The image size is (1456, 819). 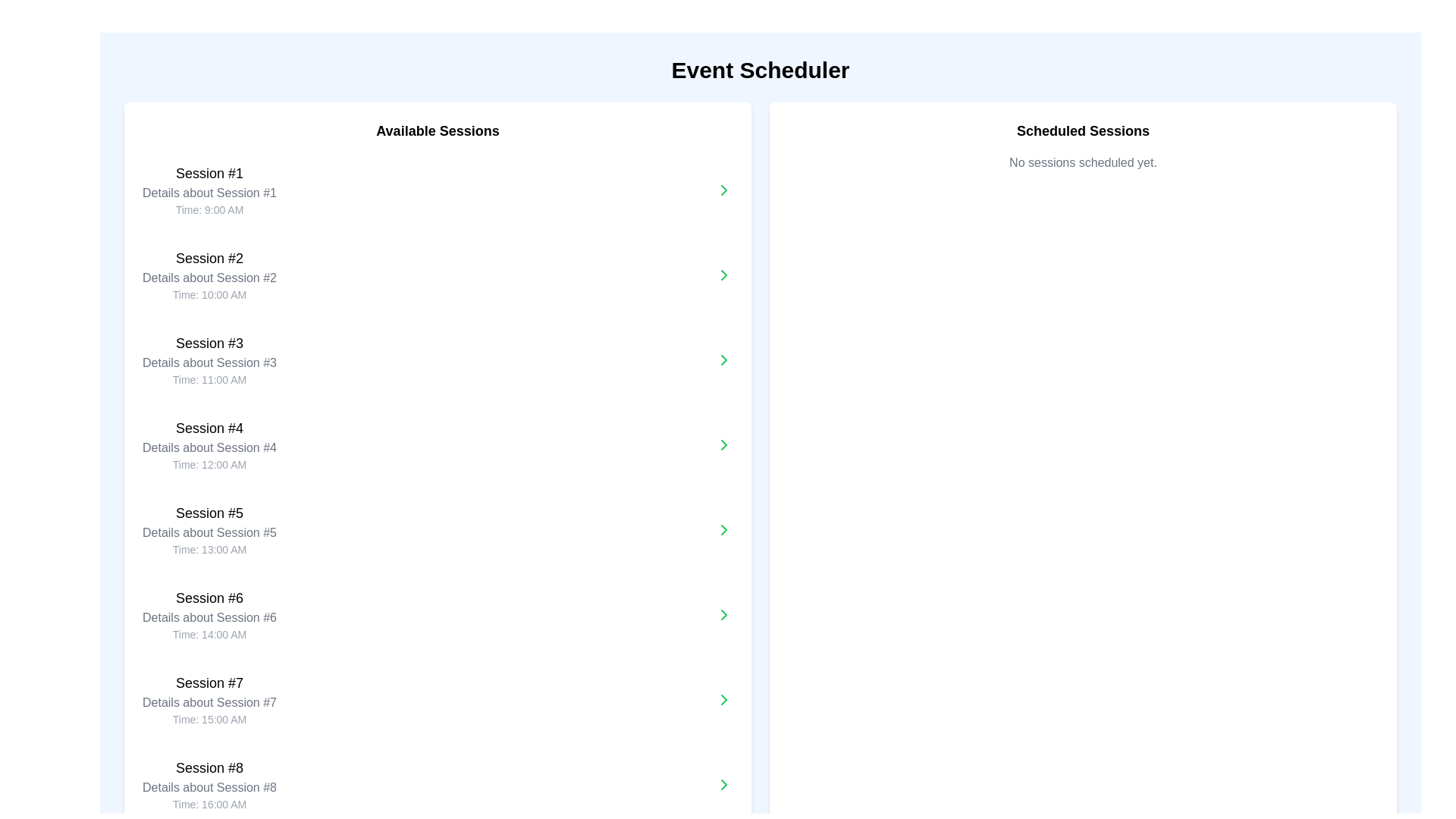 I want to click on the Chevron icon associated with 'Session #5' in the 'Available Sessions' list on the left panel, so click(x=723, y=529).